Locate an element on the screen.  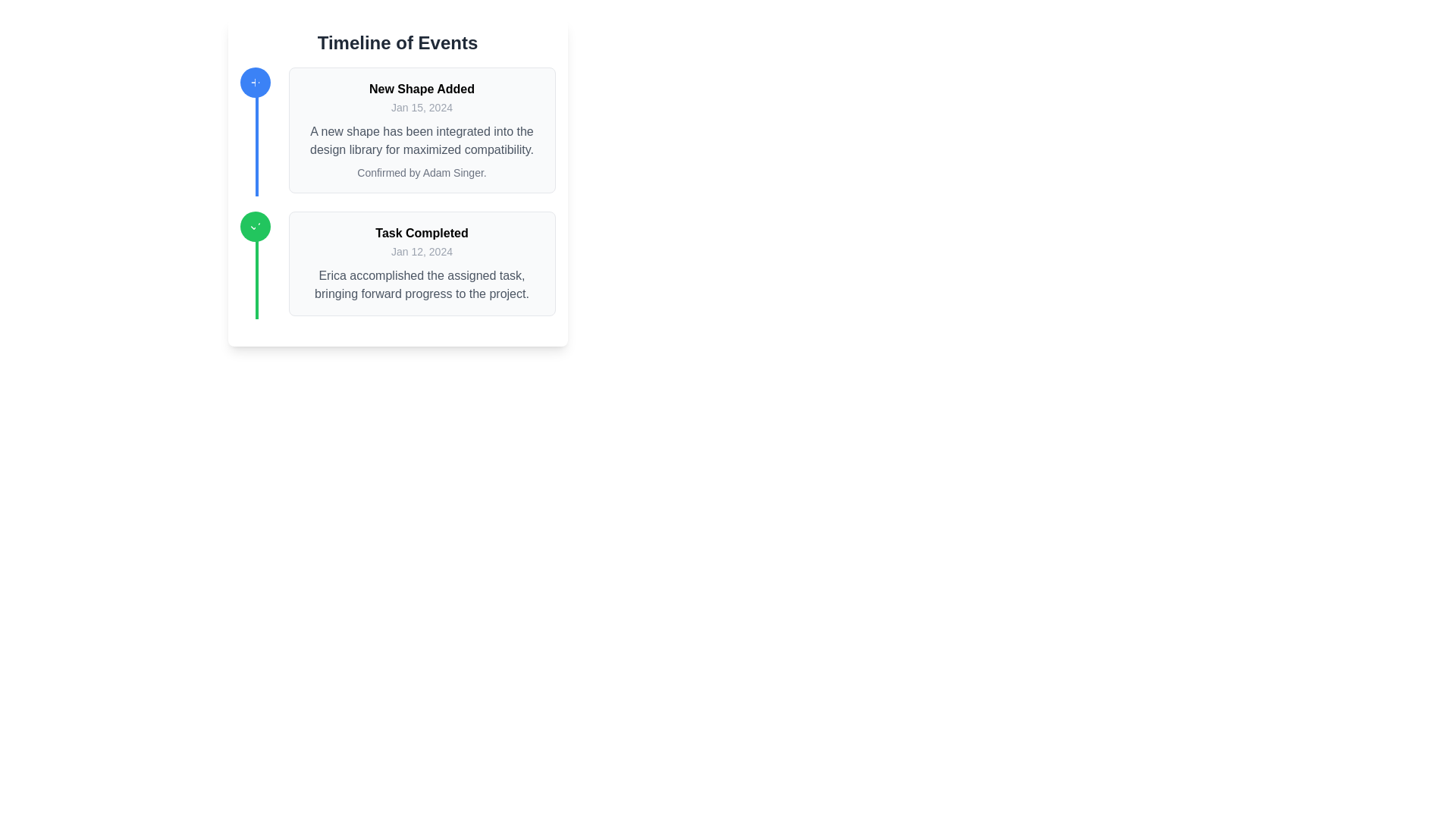
the Decorative line that serves as a visual connector in the timeline section, positioned below the header and aligned with the timeline icon and event content is located at coordinates (256, 133).